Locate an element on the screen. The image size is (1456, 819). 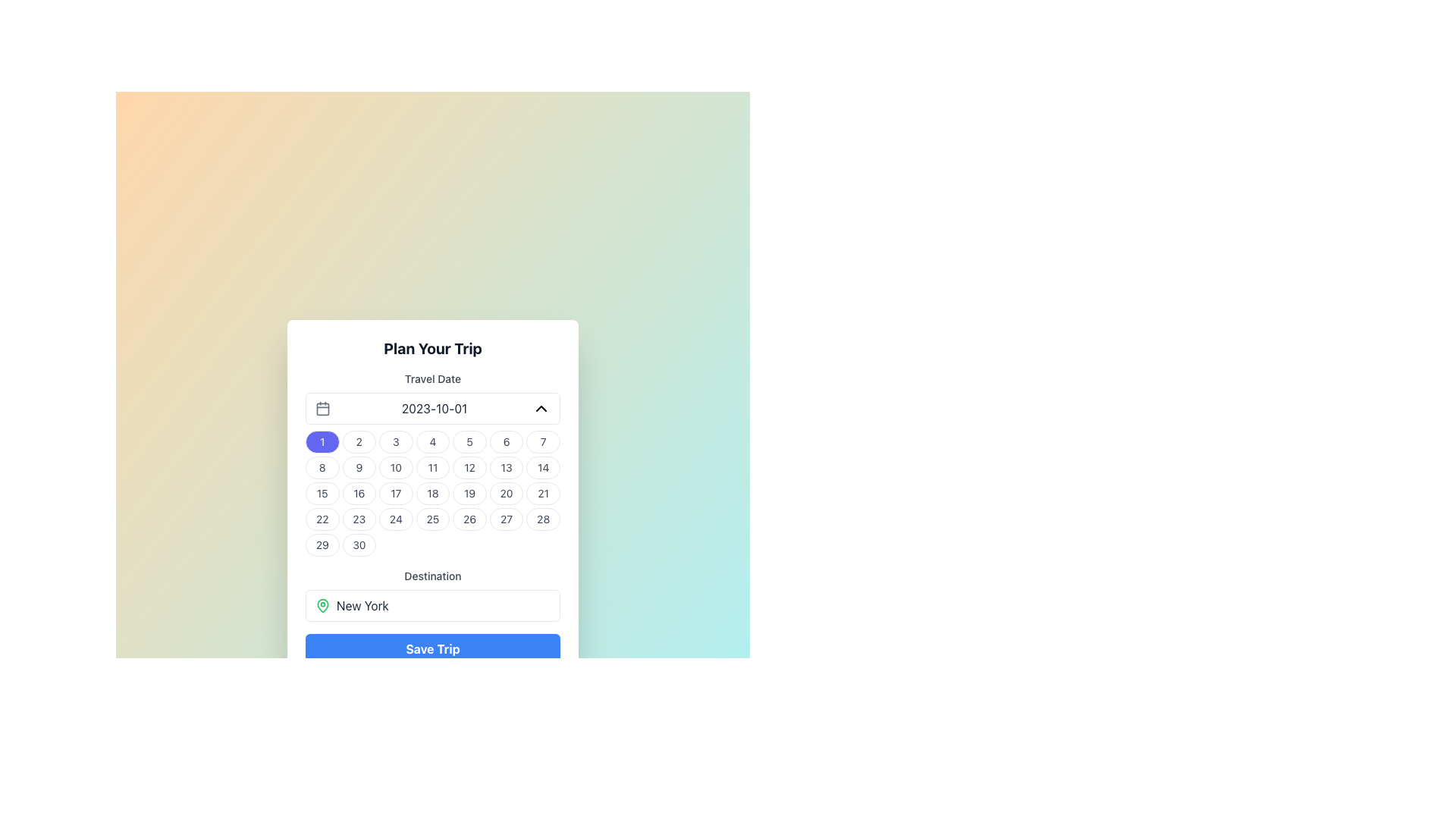
the small, rounded square button labeled '11' is located at coordinates (432, 467).